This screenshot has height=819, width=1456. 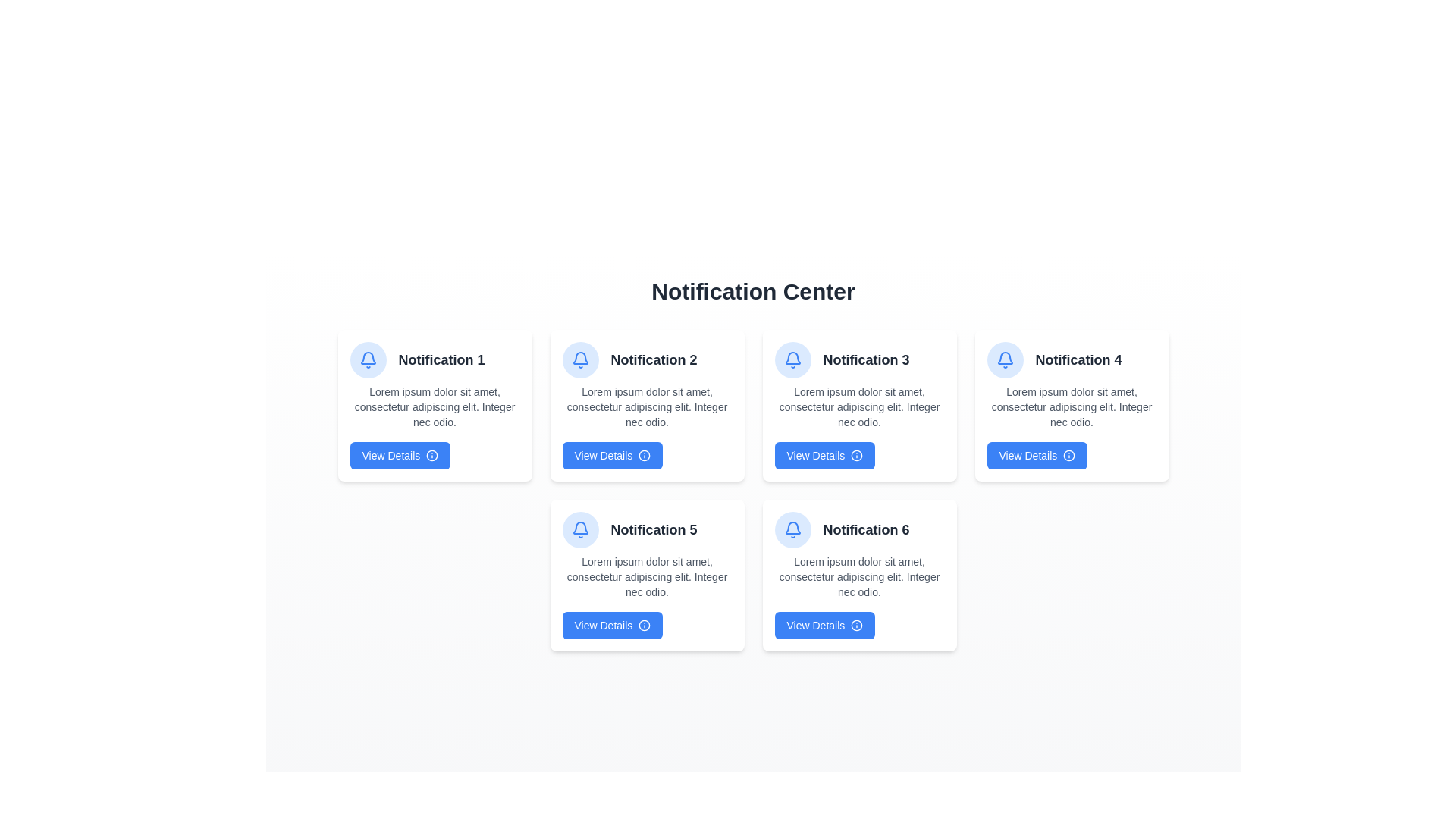 I want to click on the button located at the bottom of the 'Notification 5' card to observe the hover effects, so click(x=612, y=626).